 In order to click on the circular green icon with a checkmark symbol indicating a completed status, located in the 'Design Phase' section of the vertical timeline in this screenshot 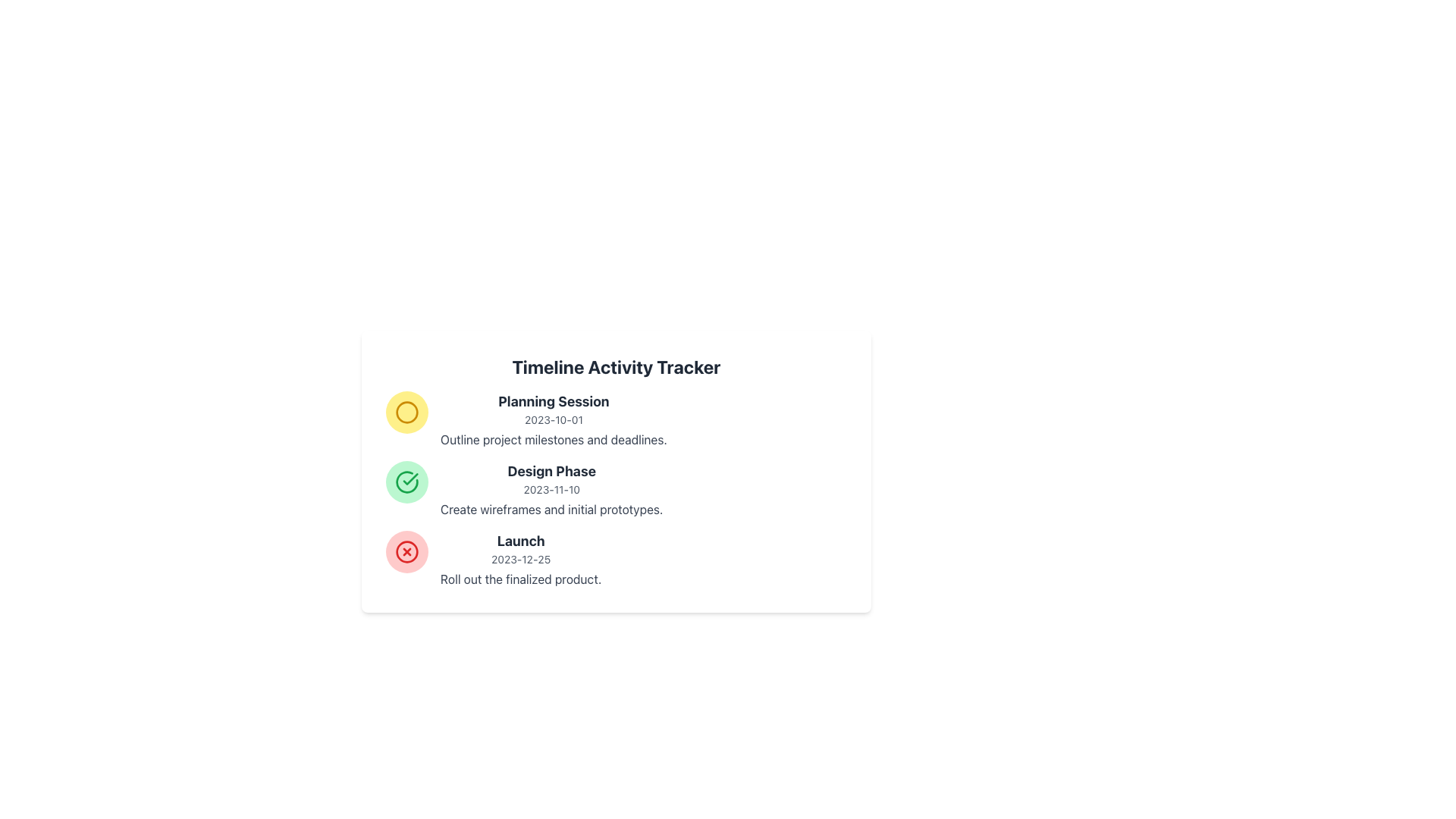, I will do `click(407, 482)`.